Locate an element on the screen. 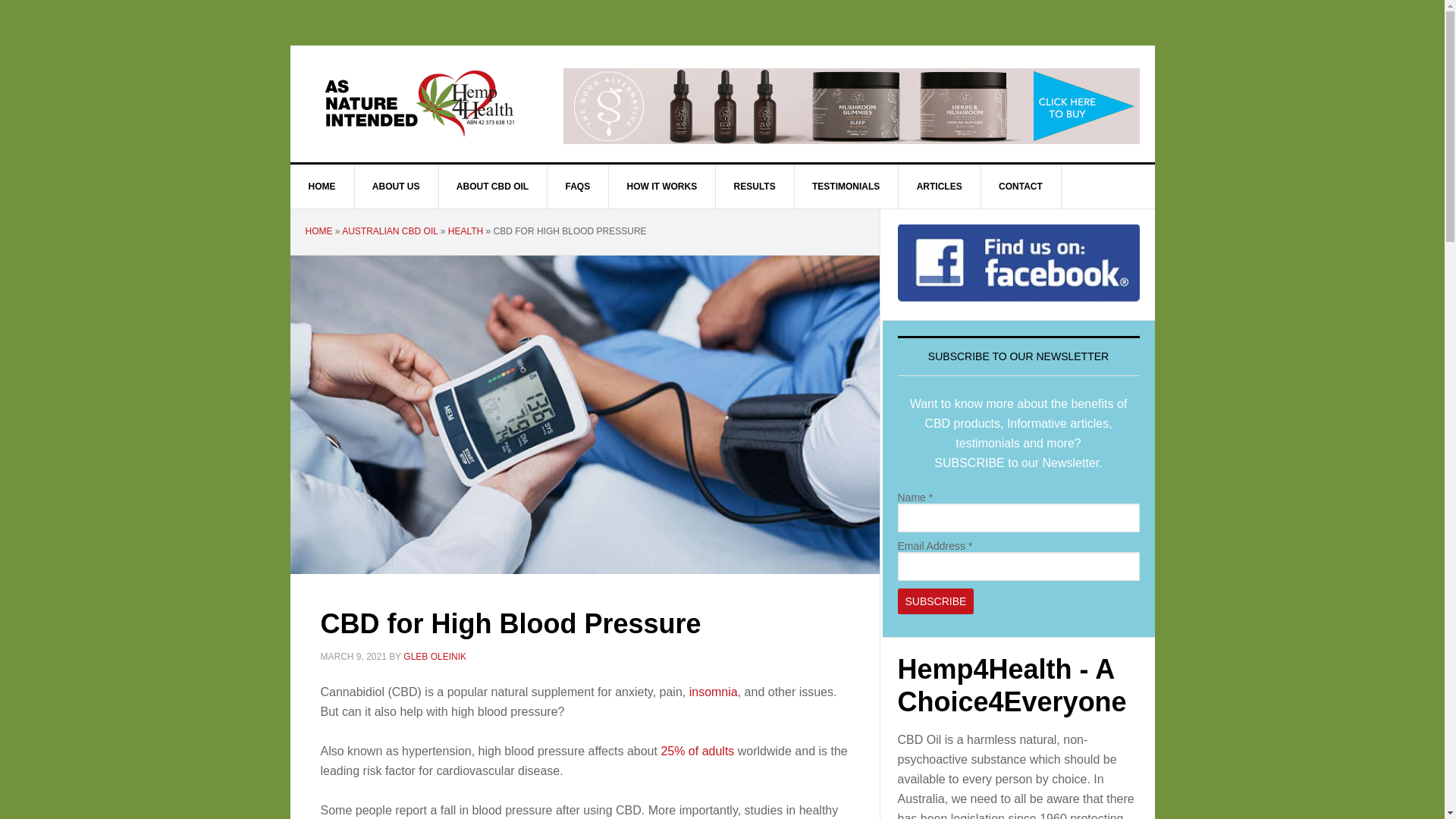 The width and height of the screenshot is (1456, 819). 'HEMP4HEALTH' is located at coordinates (419, 102).